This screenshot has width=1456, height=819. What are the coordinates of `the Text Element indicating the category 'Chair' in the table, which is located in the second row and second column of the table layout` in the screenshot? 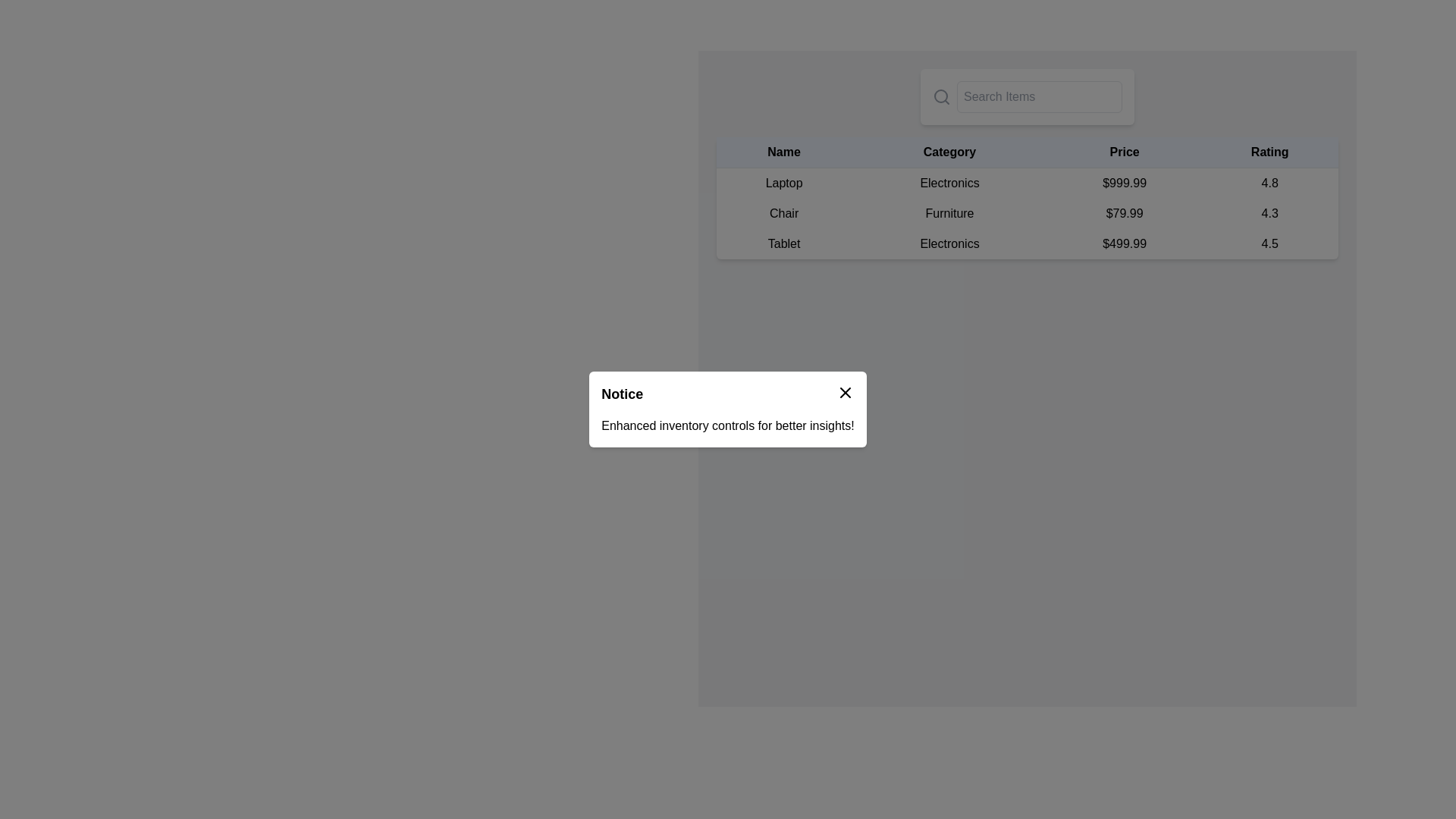 It's located at (949, 213).